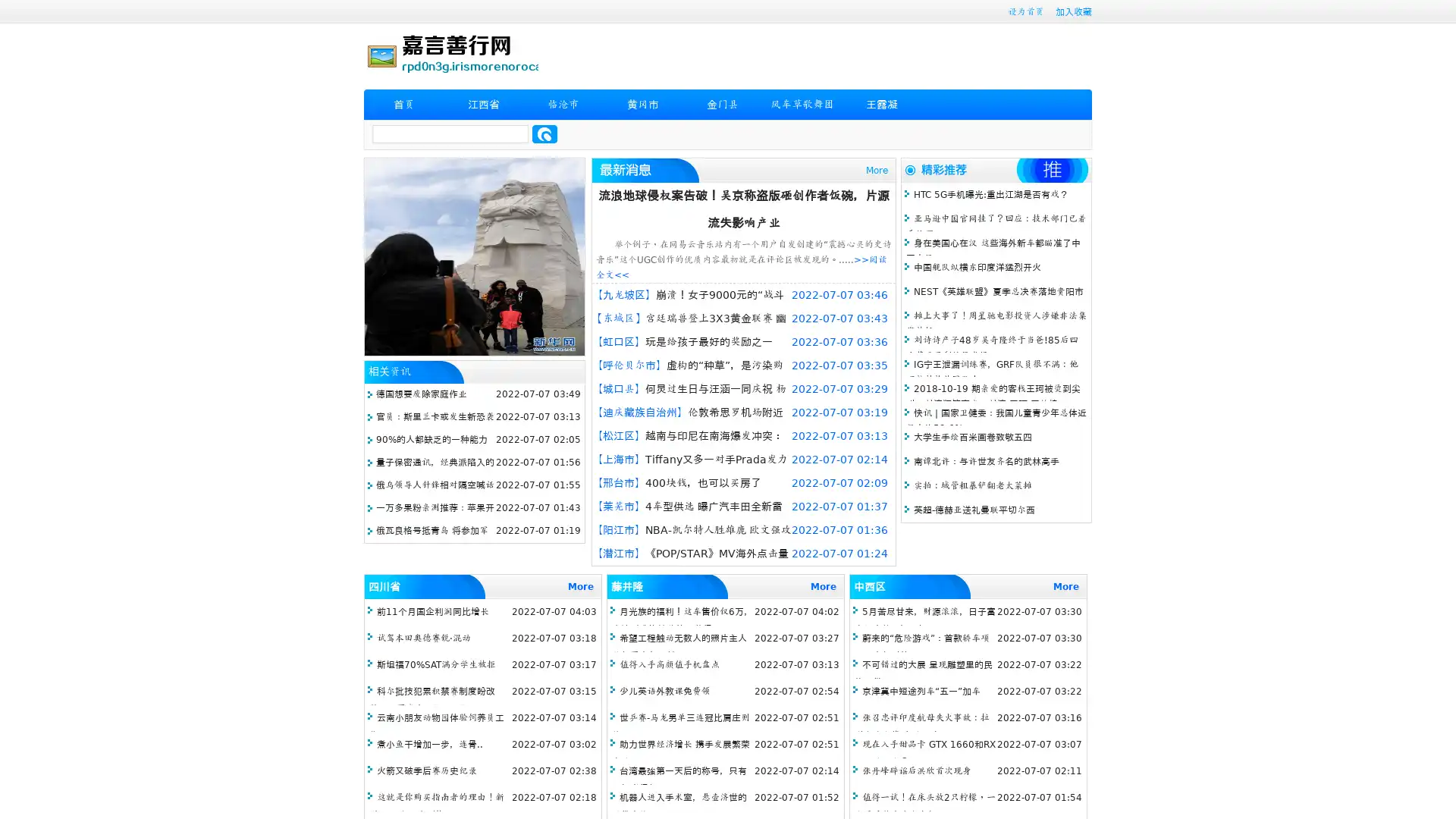 The height and width of the screenshot is (819, 1456). I want to click on Search, so click(544, 133).